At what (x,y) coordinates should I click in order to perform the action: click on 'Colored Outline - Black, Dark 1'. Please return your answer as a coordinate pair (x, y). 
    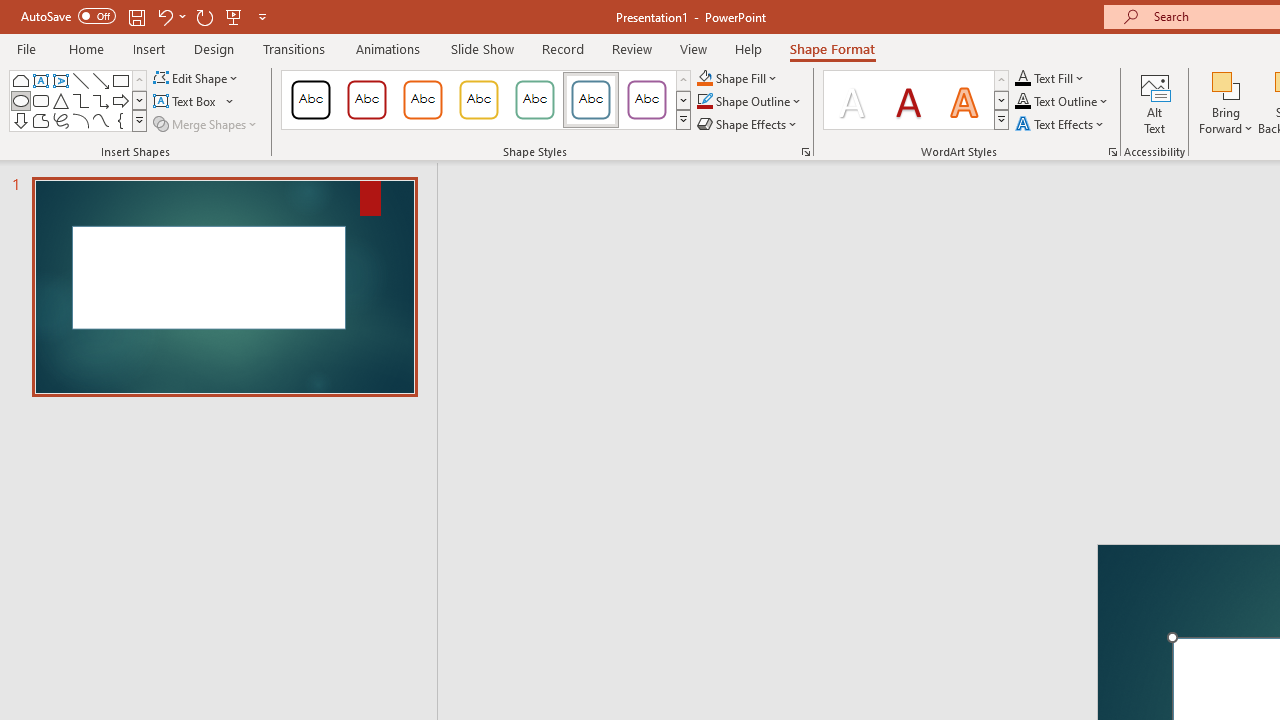
    Looking at the image, I should click on (310, 100).